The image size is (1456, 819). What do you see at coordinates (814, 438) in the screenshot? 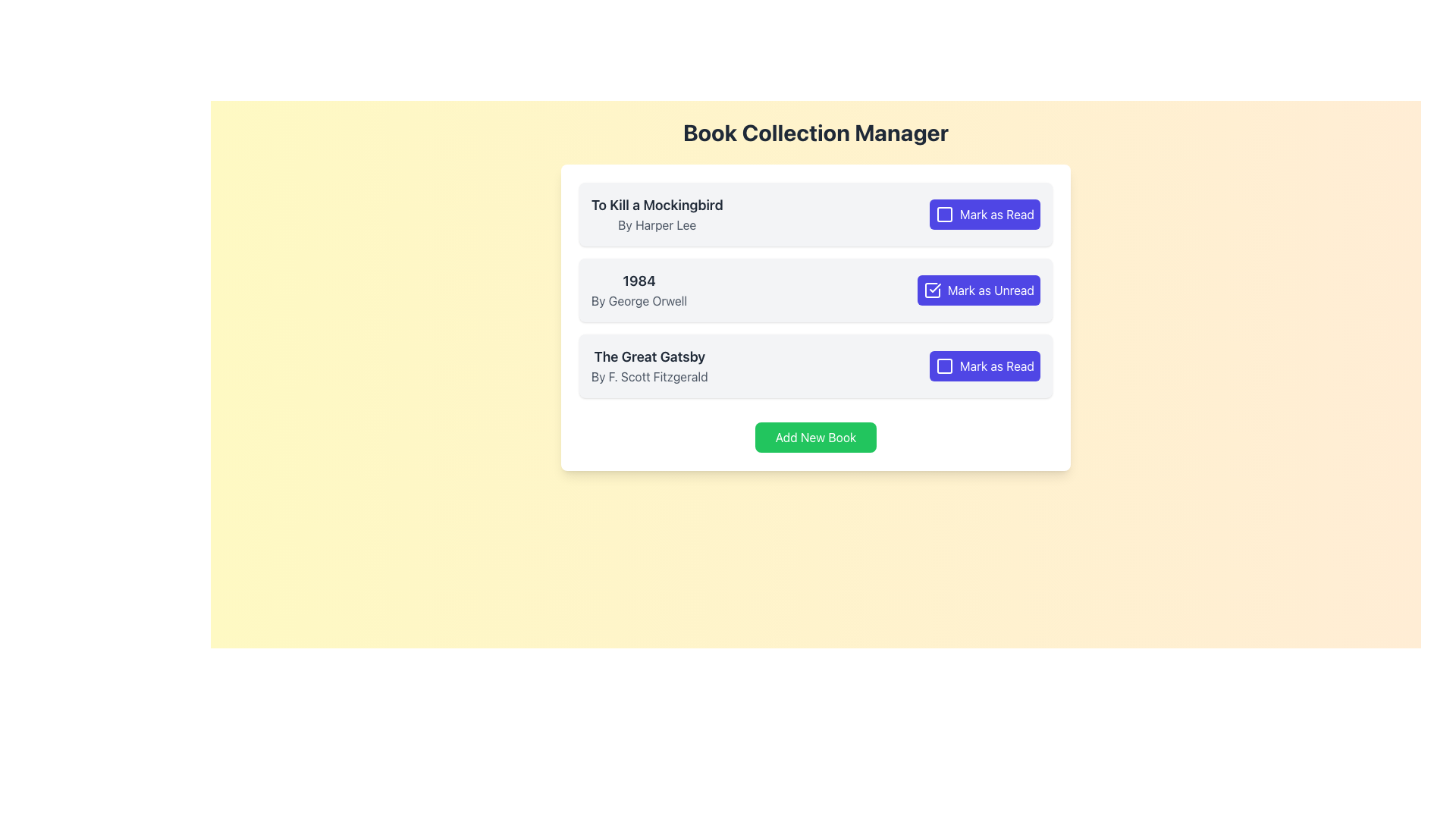
I see `the 'Add New Book' button` at bounding box center [814, 438].